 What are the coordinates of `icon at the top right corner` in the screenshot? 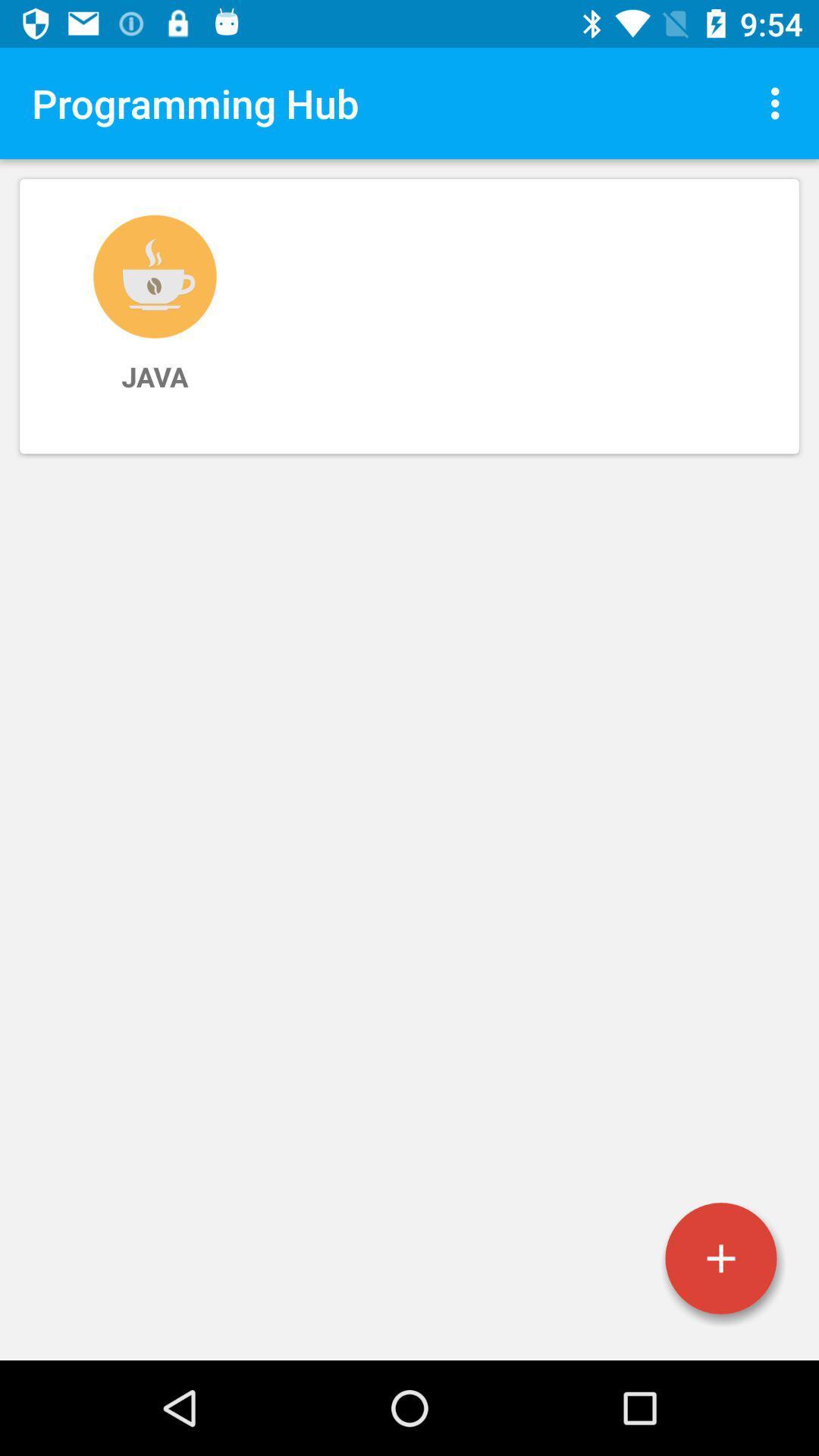 It's located at (779, 102).